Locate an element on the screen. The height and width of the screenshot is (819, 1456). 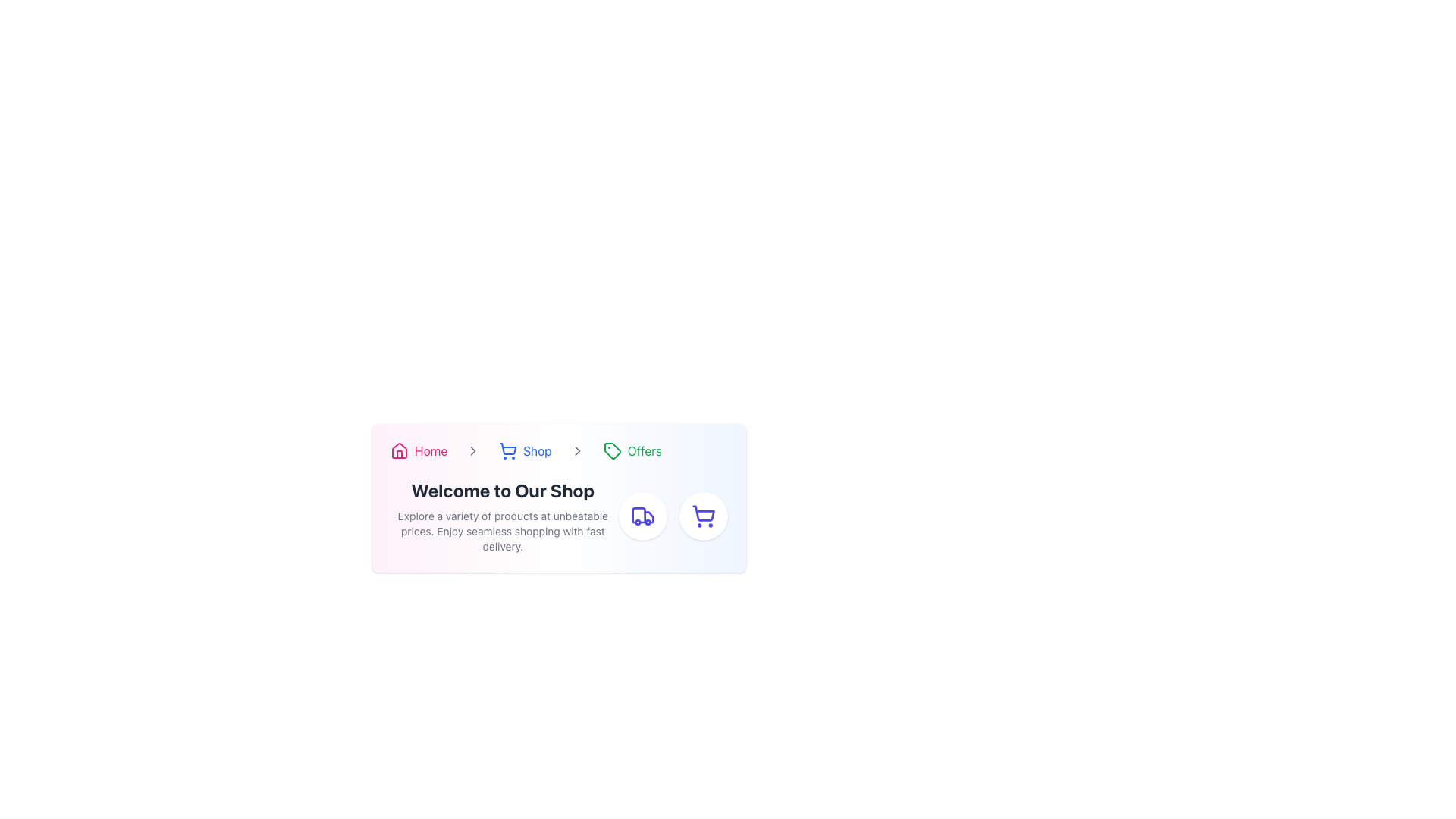
the circular button with a purple truck icon located at the bottom-right section of the visible card, which is the leftmost button next to the shopping cart icon is located at coordinates (643, 516).